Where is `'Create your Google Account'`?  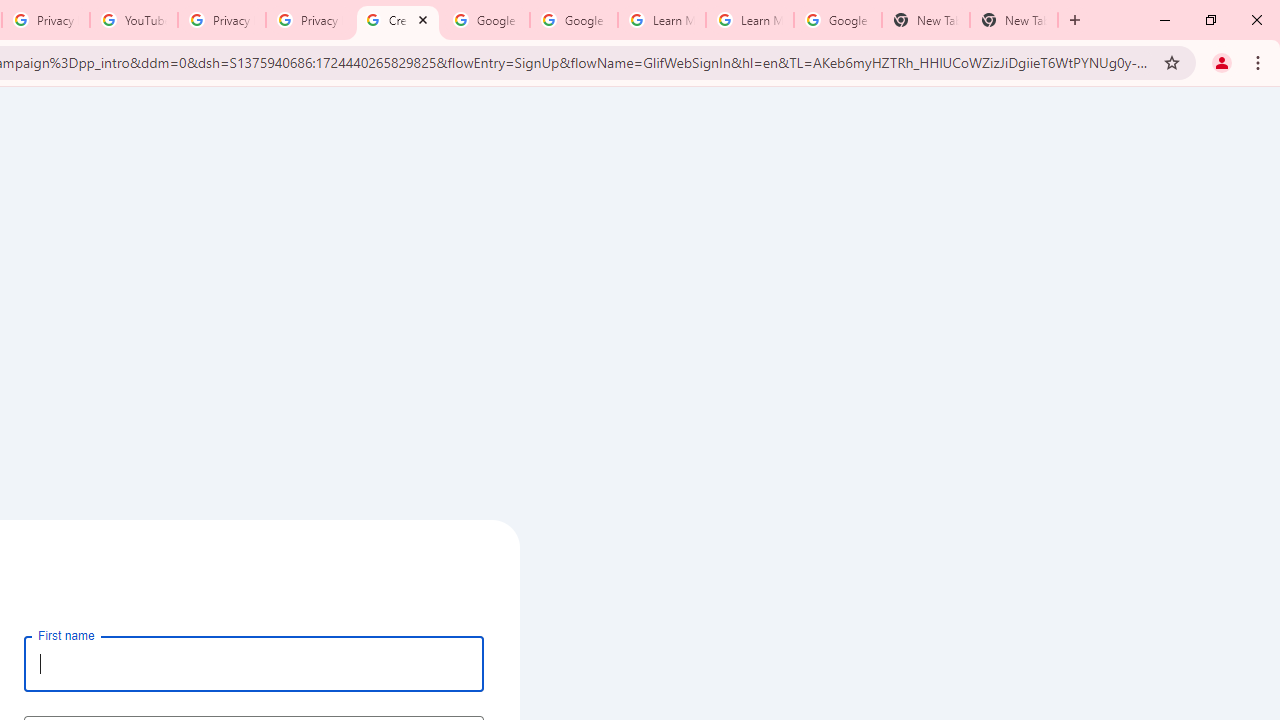 'Create your Google Account' is located at coordinates (398, 20).